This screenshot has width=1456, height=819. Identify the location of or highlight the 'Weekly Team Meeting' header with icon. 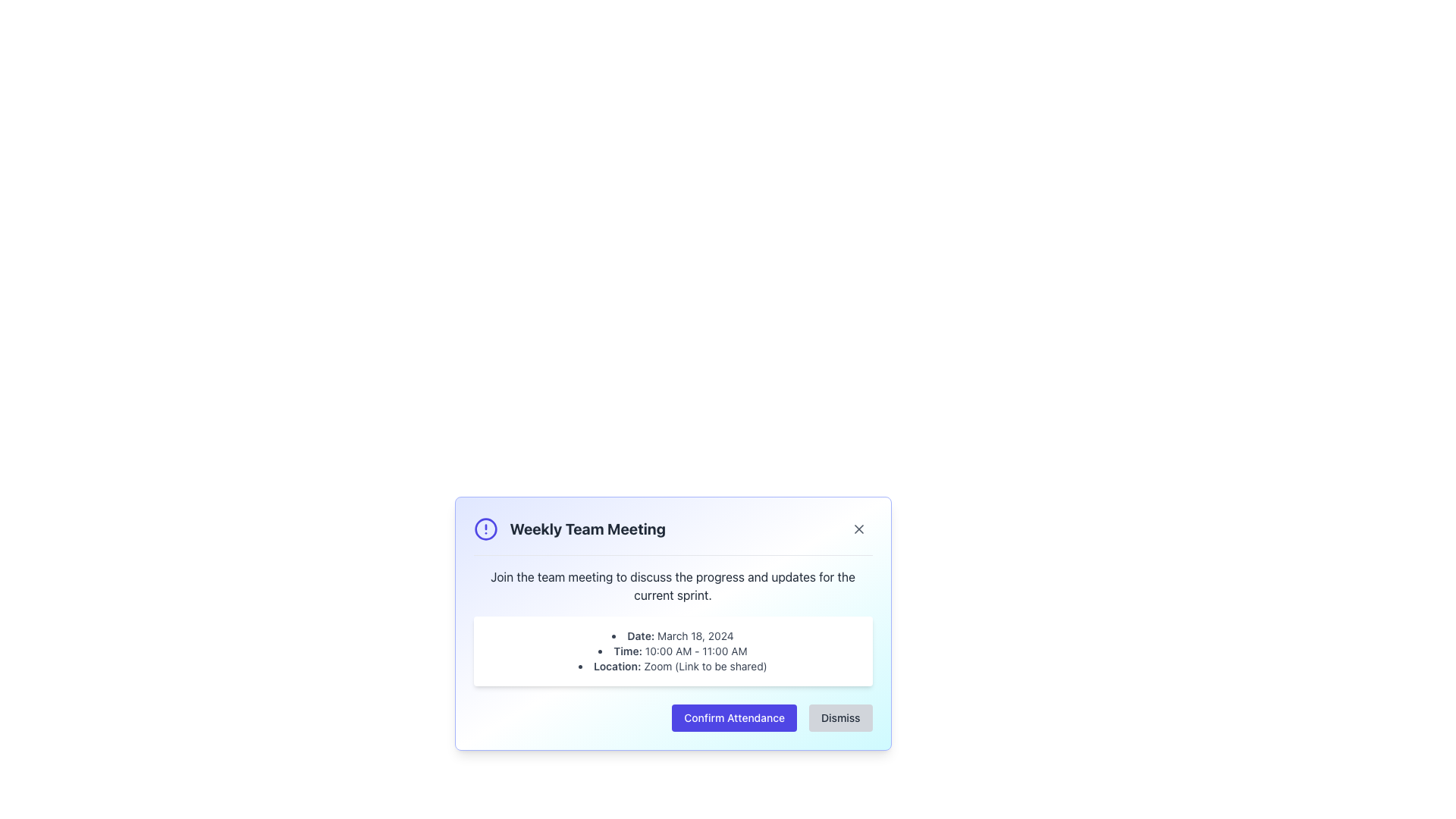
(569, 529).